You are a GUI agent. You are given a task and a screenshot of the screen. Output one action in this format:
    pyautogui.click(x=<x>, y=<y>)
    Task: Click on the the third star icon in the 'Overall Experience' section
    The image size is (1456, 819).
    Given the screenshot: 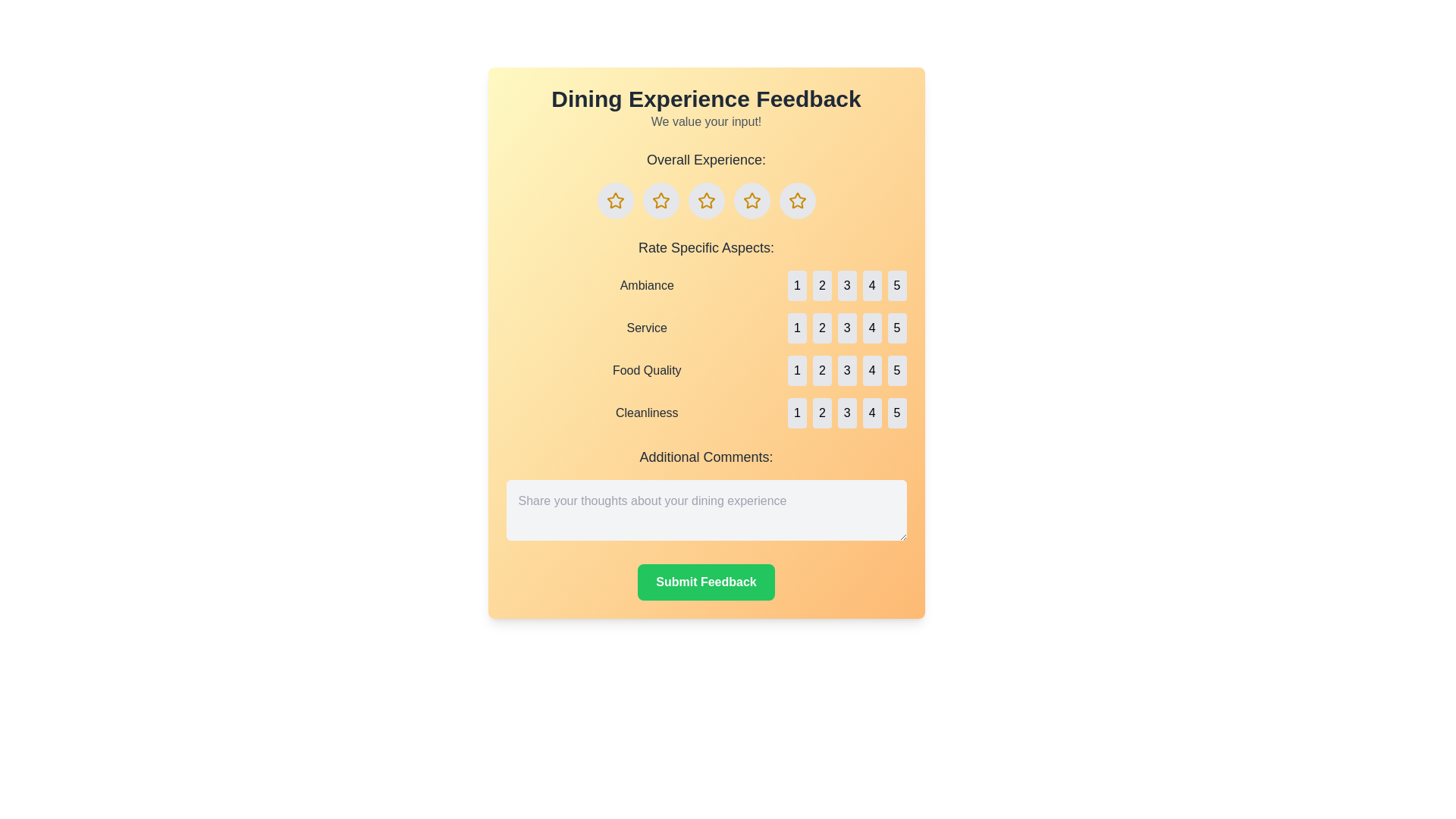 What is the action you would take?
    pyautogui.click(x=752, y=200)
    